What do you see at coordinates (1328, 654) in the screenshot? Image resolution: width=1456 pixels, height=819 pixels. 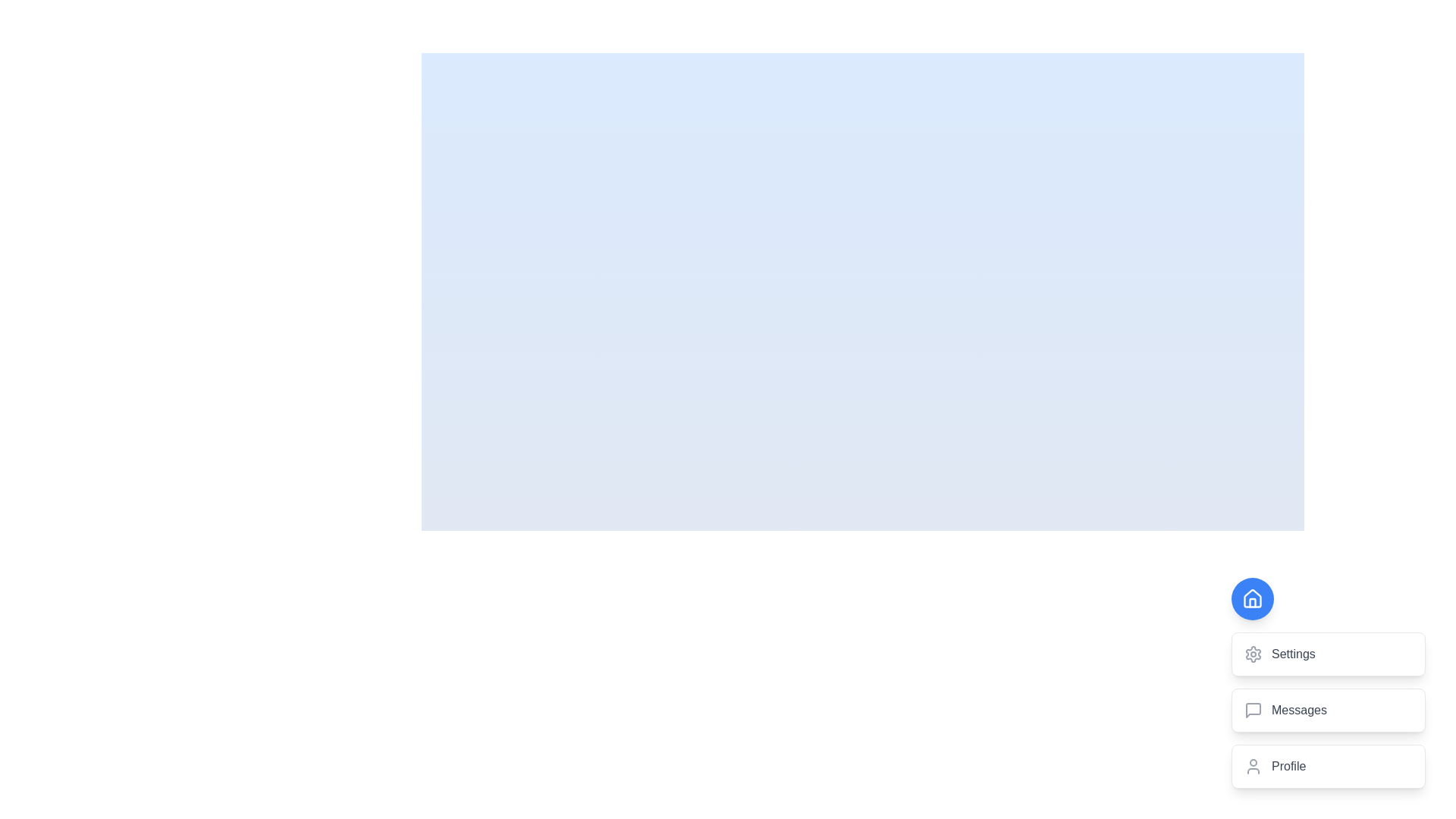 I see `the settings button located in the bottom-right portion of the interface, which is the first element in a vertical stack of settings-related options` at bounding box center [1328, 654].